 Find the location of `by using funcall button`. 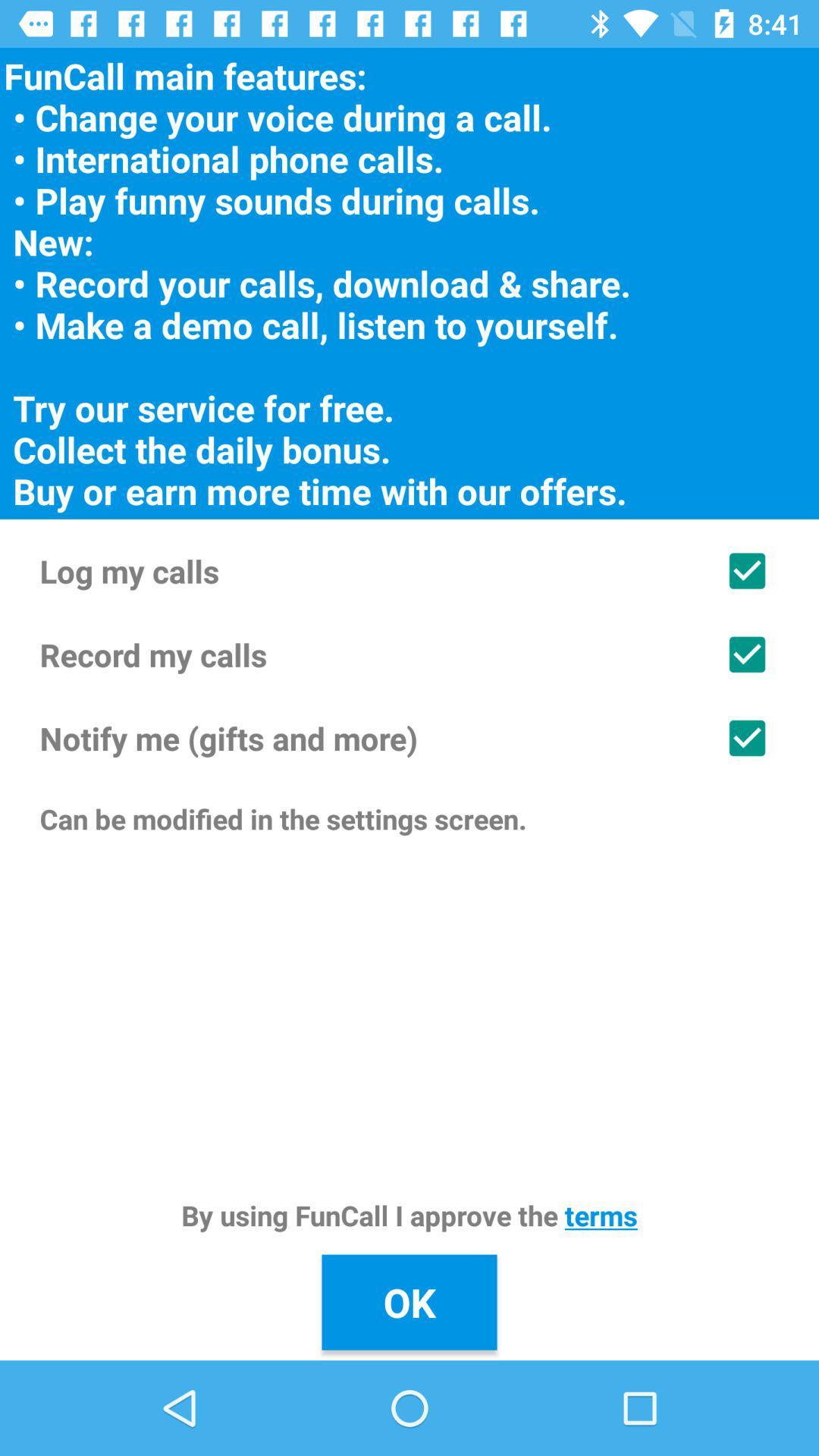

by using funcall button is located at coordinates (409, 1215).